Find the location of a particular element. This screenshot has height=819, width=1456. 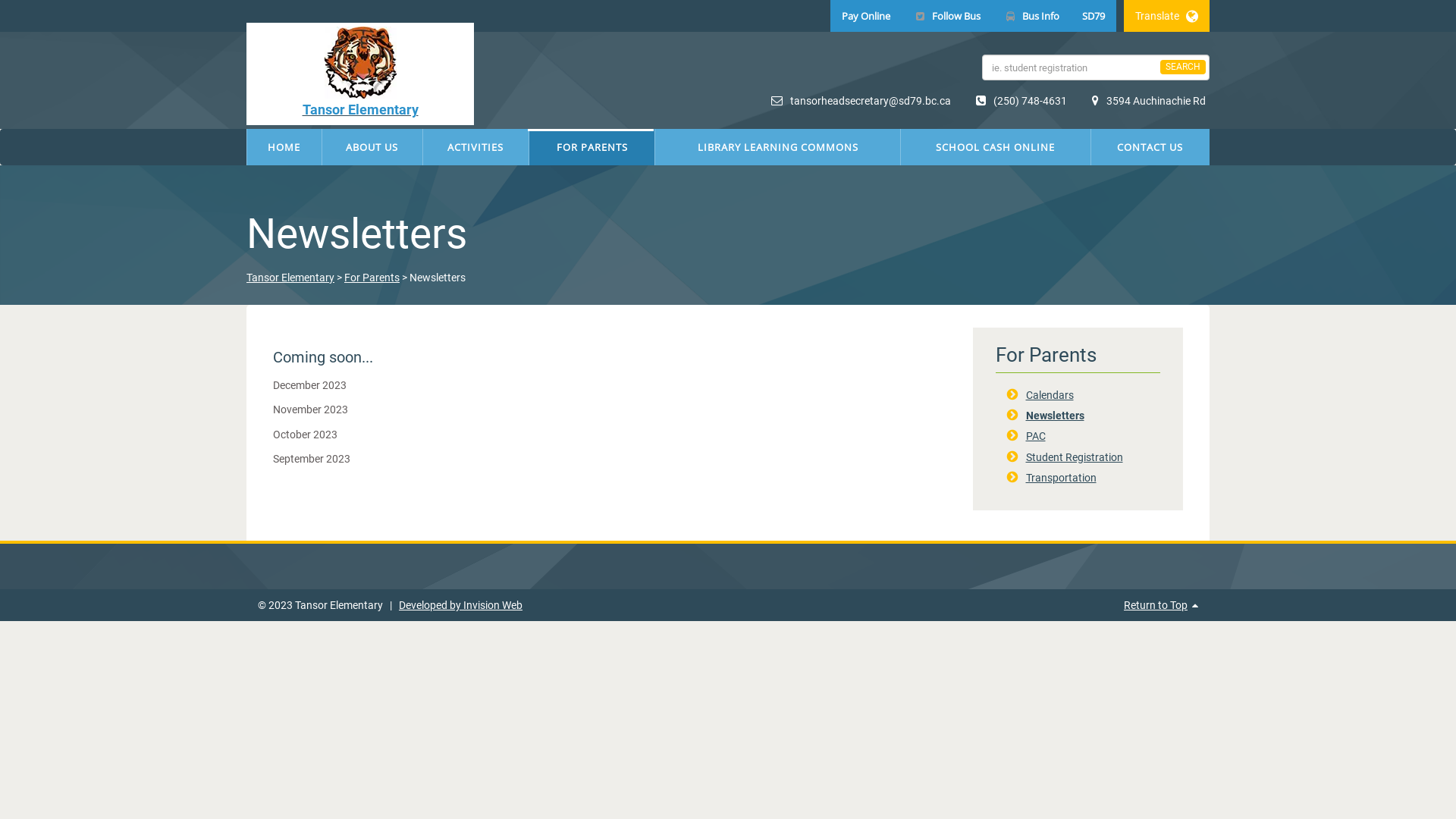

'CONTACT US' is located at coordinates (1150, 146).